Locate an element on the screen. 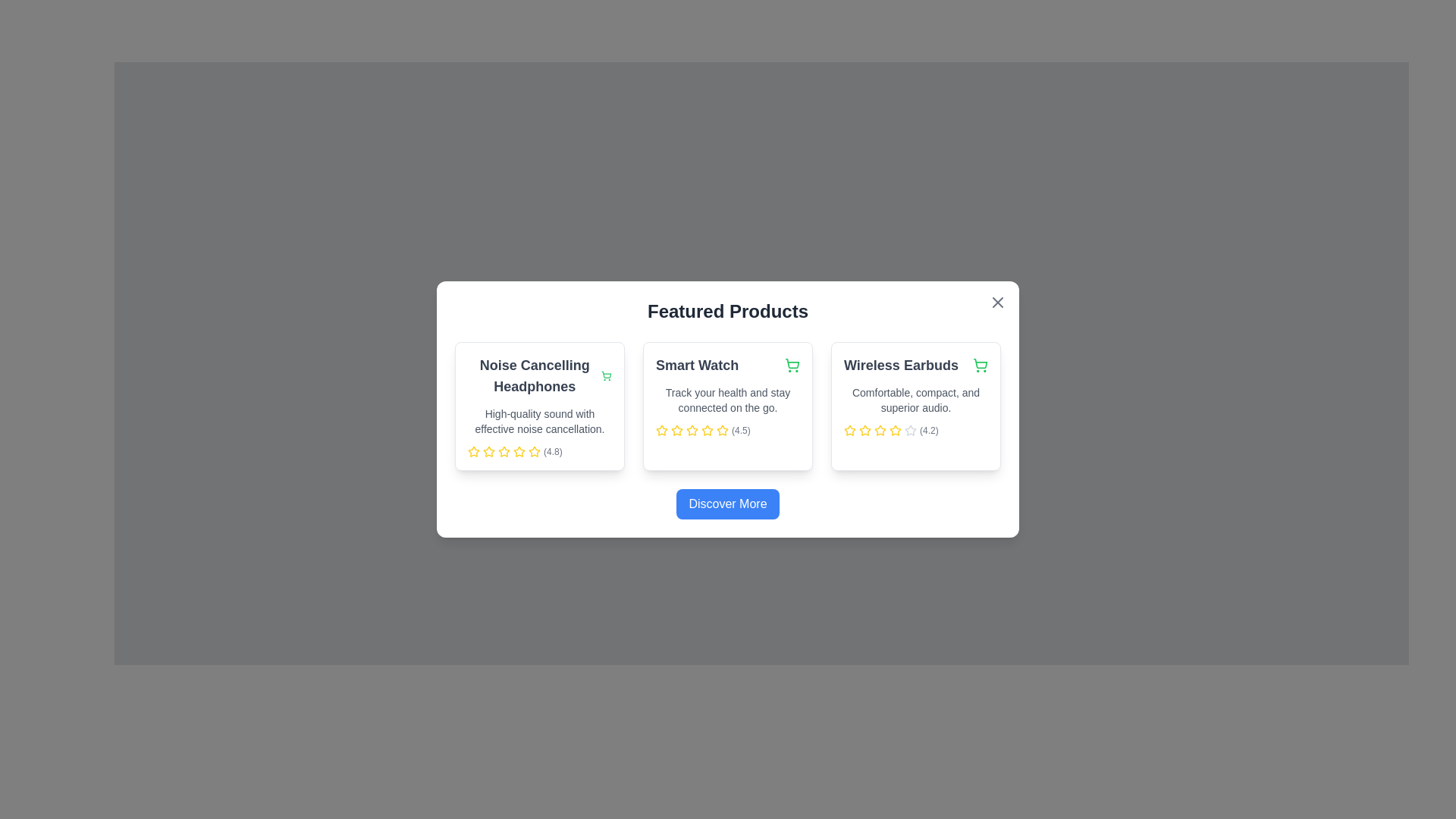 The image size is (1456, 819). the second star in the 5-star rating component beneath the 'Noise Cancelling Headphones' card to rate it is located at coordinates (535, 450).